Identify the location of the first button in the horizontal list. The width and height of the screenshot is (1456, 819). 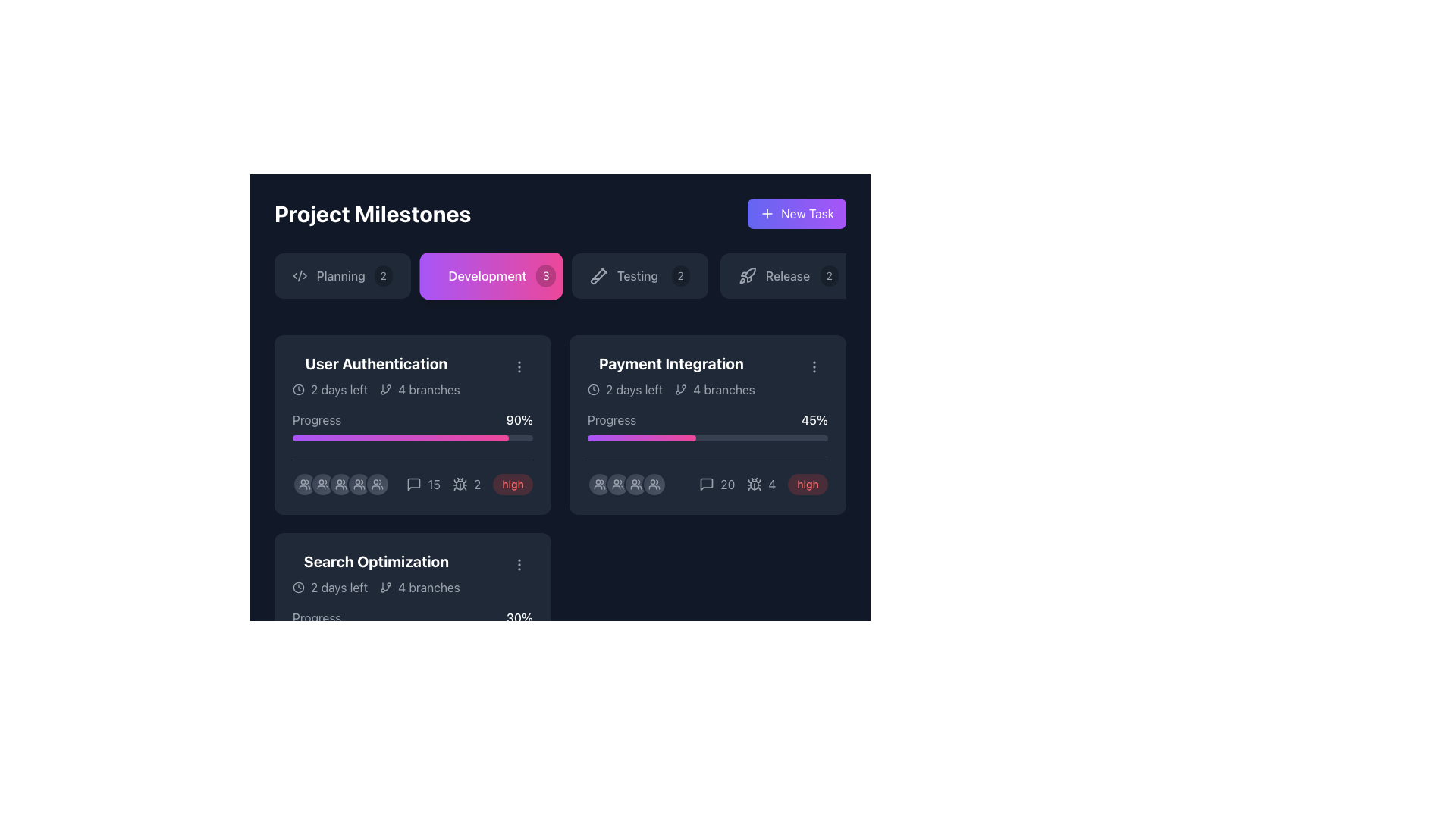
(341, 275).